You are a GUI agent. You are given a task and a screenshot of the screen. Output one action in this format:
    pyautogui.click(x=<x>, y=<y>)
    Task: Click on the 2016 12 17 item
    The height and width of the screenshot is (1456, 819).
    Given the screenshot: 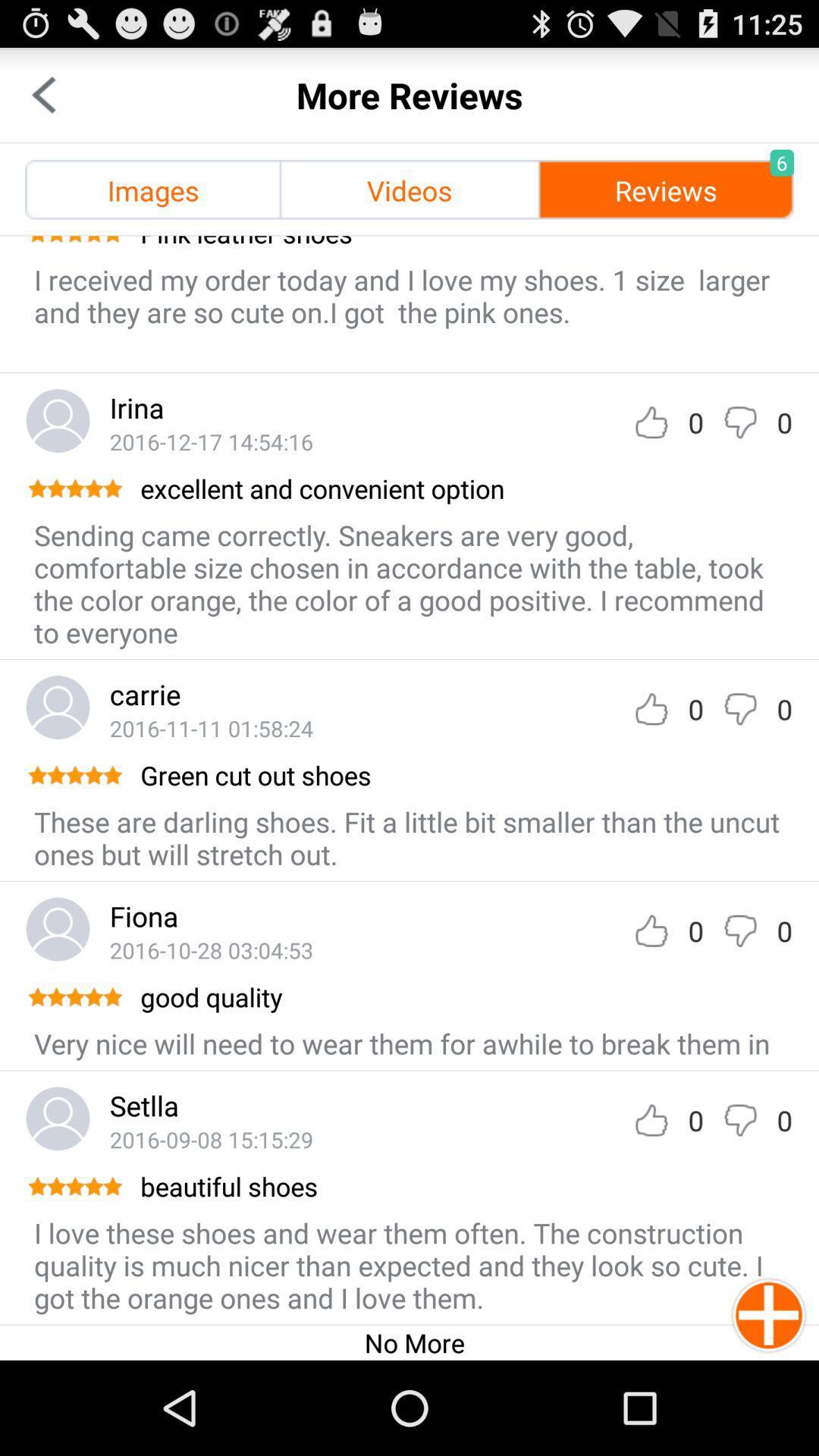 What is the action you would take?
    pyautogui.click(x=211, y=441)
    